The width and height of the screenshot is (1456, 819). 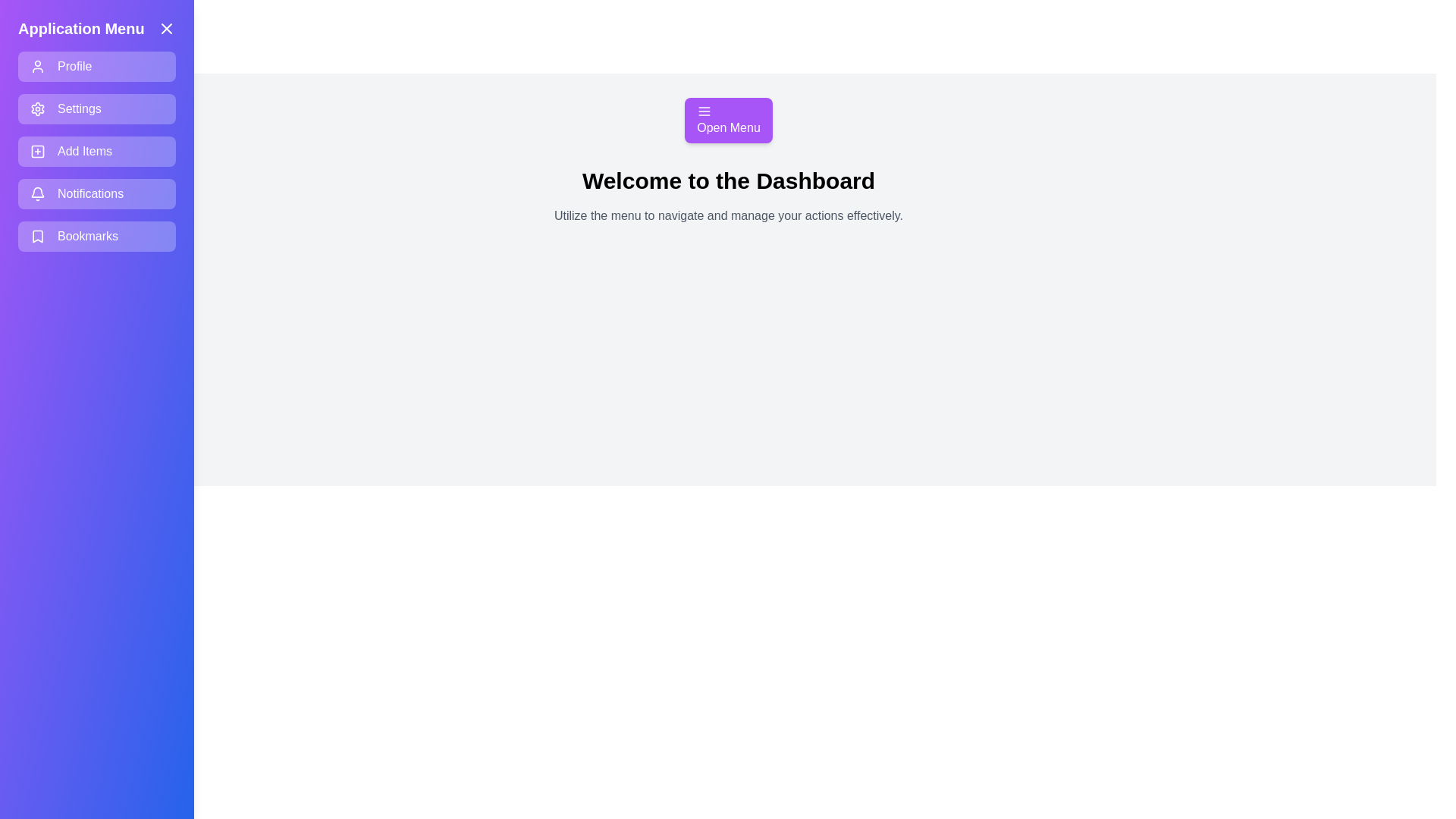 What do you see at coordinates (96, 66) in the screenshot?
I see `the menu item Profile to navigate to its respective section` at bounding box center [96, 66].